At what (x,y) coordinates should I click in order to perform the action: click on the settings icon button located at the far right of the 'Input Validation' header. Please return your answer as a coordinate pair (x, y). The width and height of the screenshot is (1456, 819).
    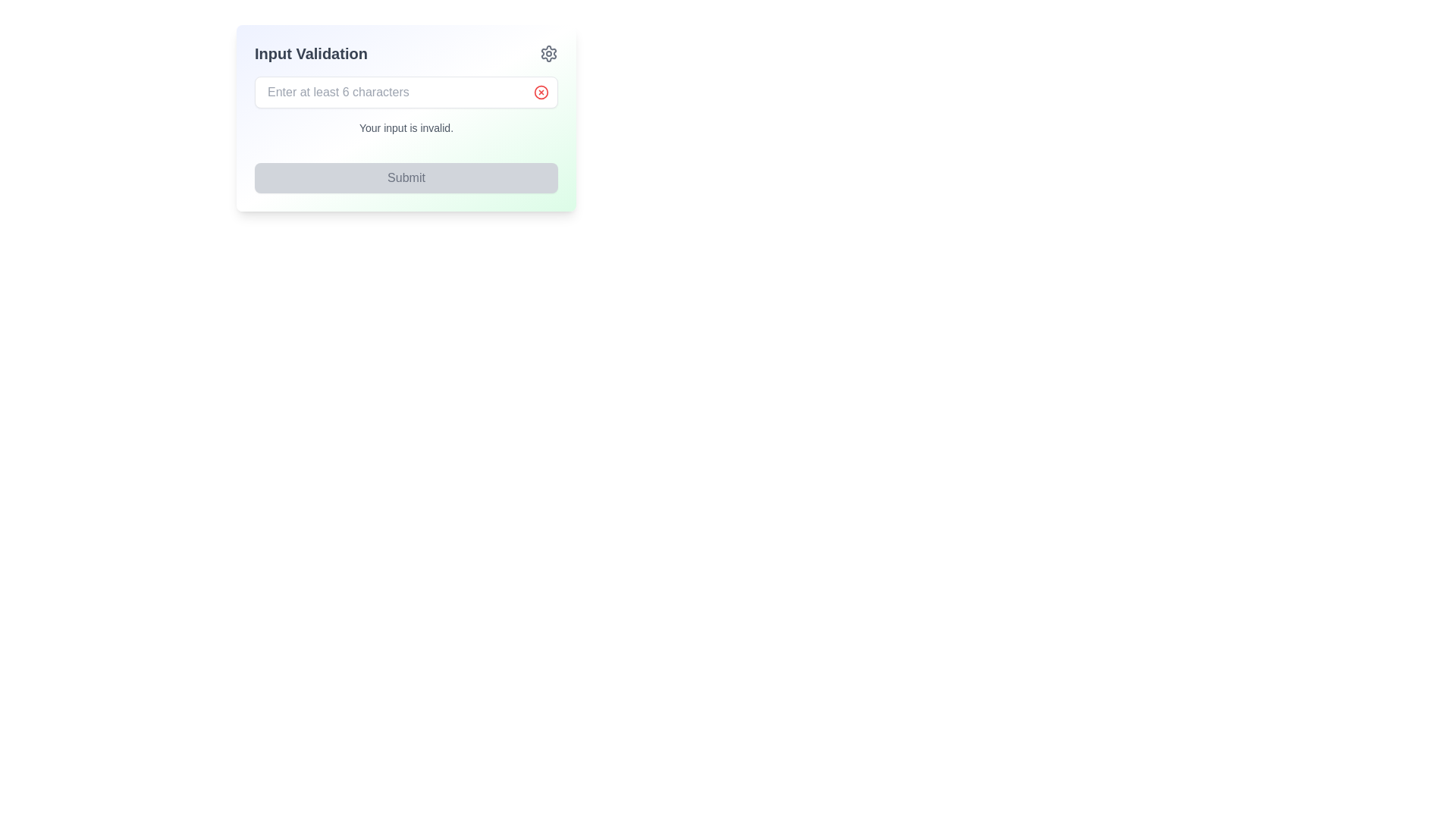
    Looking at the image, I should click on (548, 52).